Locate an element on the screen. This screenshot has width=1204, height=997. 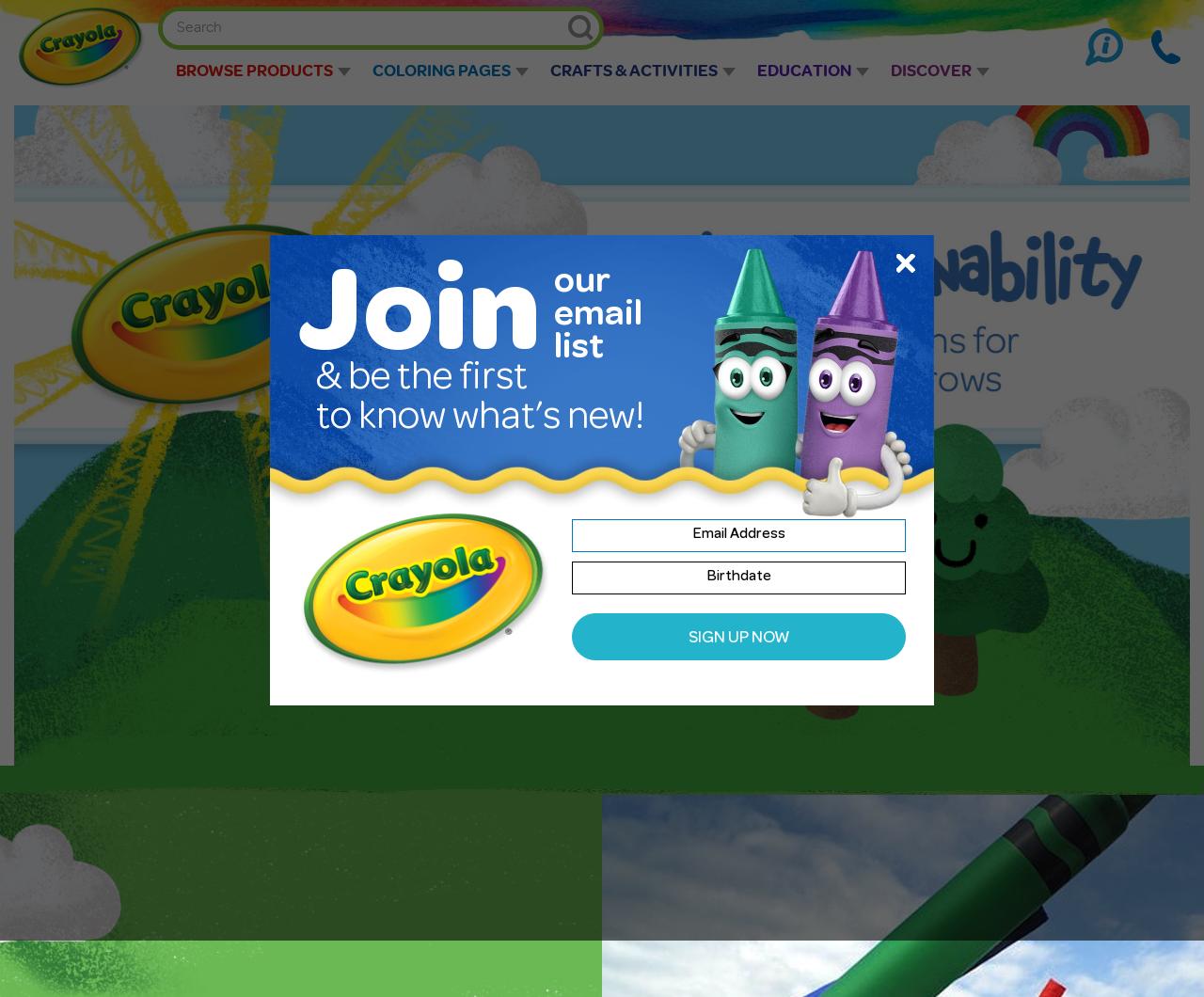
'& be the first' is located at coordinates (316, 380).